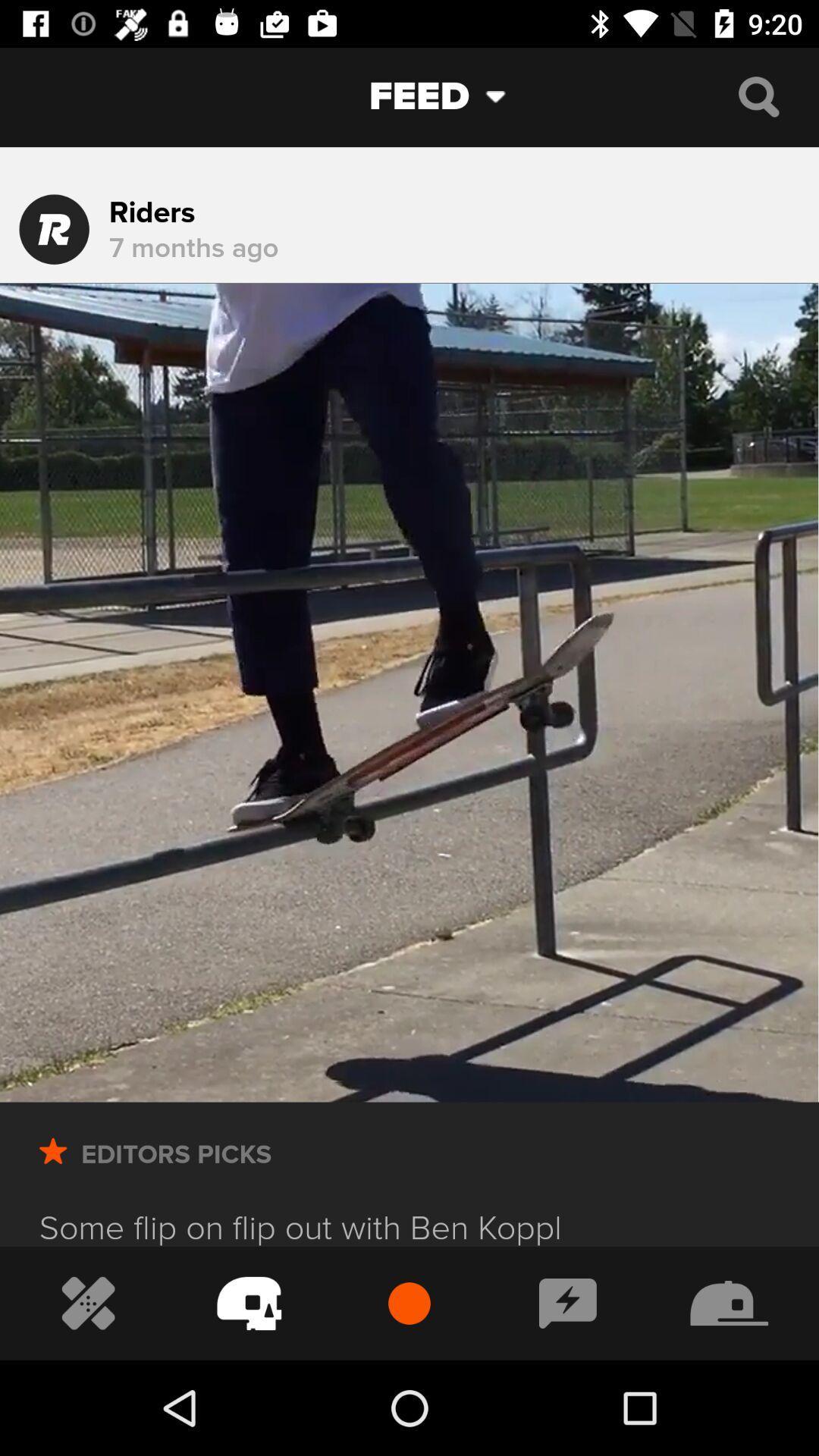 The width and height of the screenshot is (819, 1456). What do you see at coordinates (568, 1302) in the screenshot?
I see `get in touch` at bounding box center [568, 1302].